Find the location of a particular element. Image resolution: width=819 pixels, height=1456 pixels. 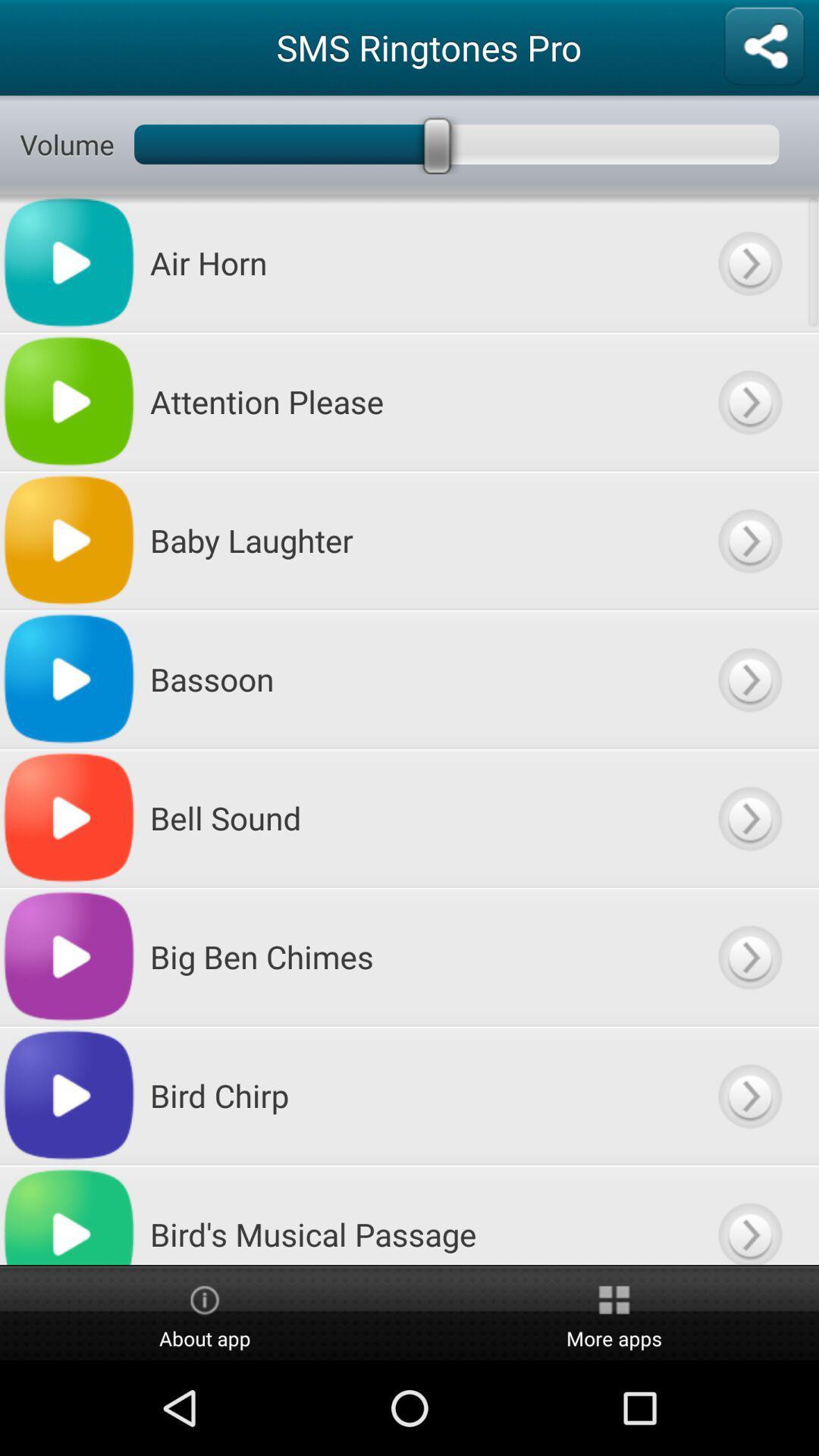

the selected item is located at coordinates (748, 678).